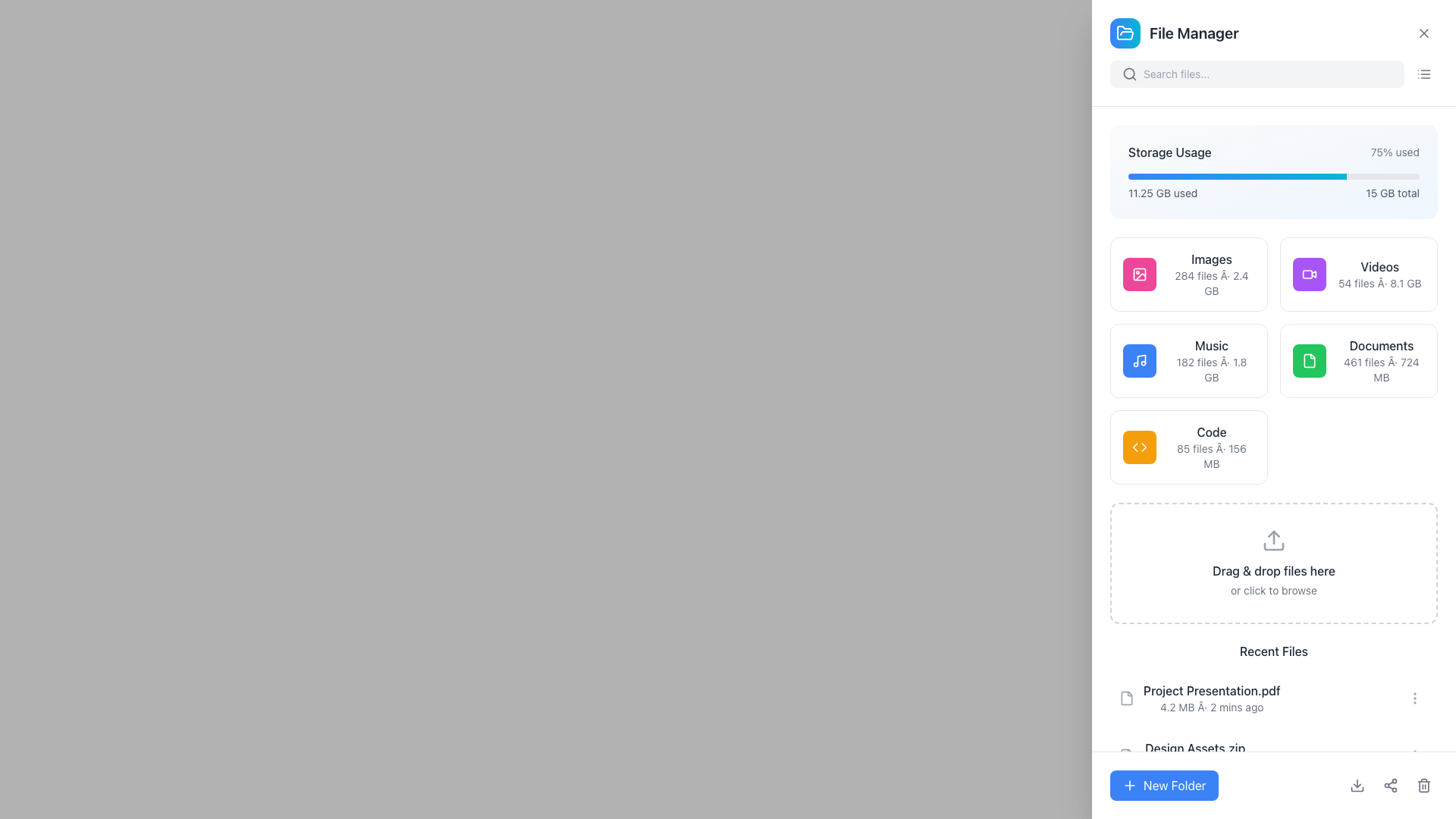 This screenshot has width=1456, height=819. Describe the element at coordinates (1357, 785) in the screenshot. I see `the download SVG icon located in the lower right corner of the interface` at that location.